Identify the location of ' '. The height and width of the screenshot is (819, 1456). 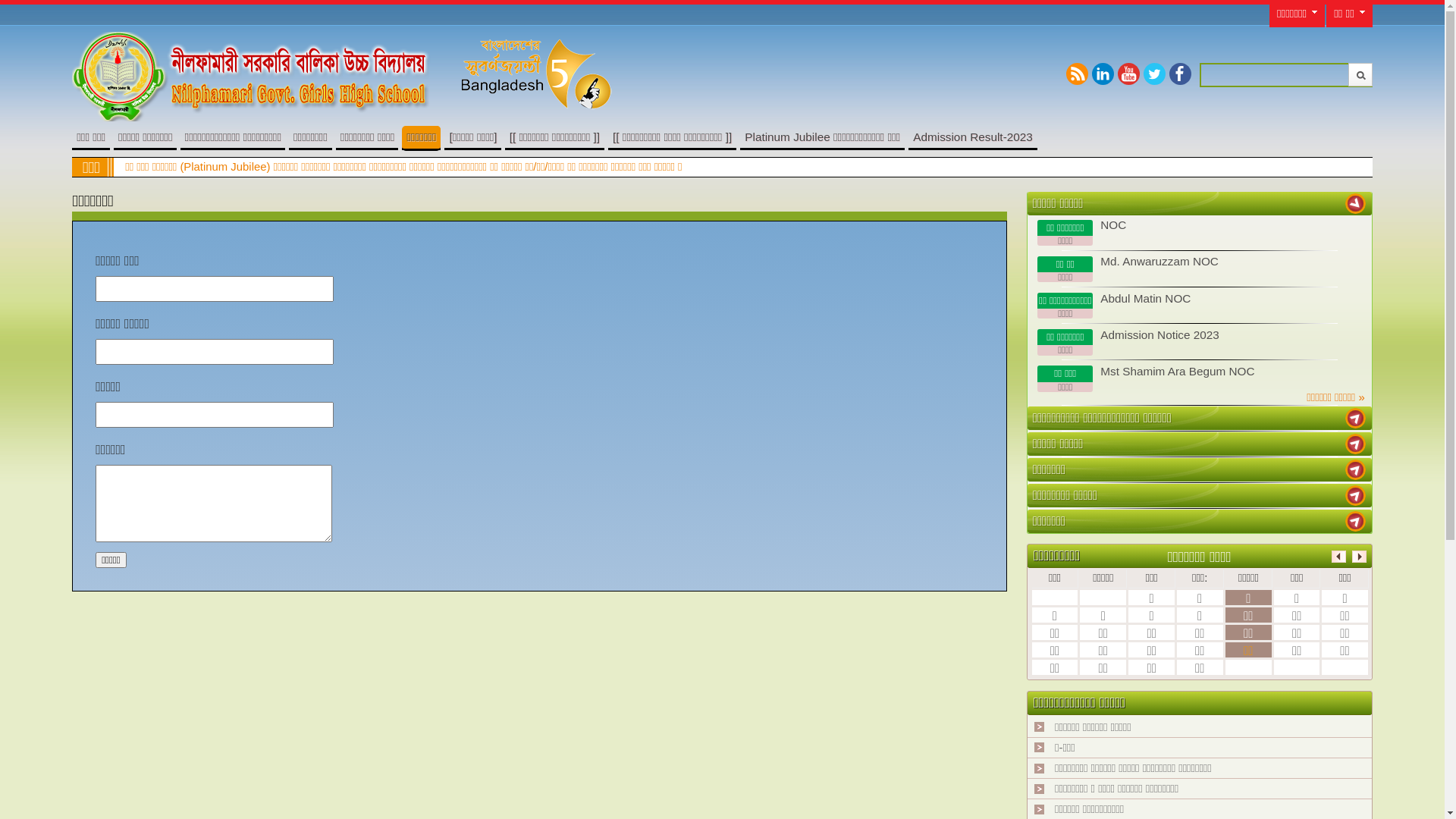
(1355, 469).